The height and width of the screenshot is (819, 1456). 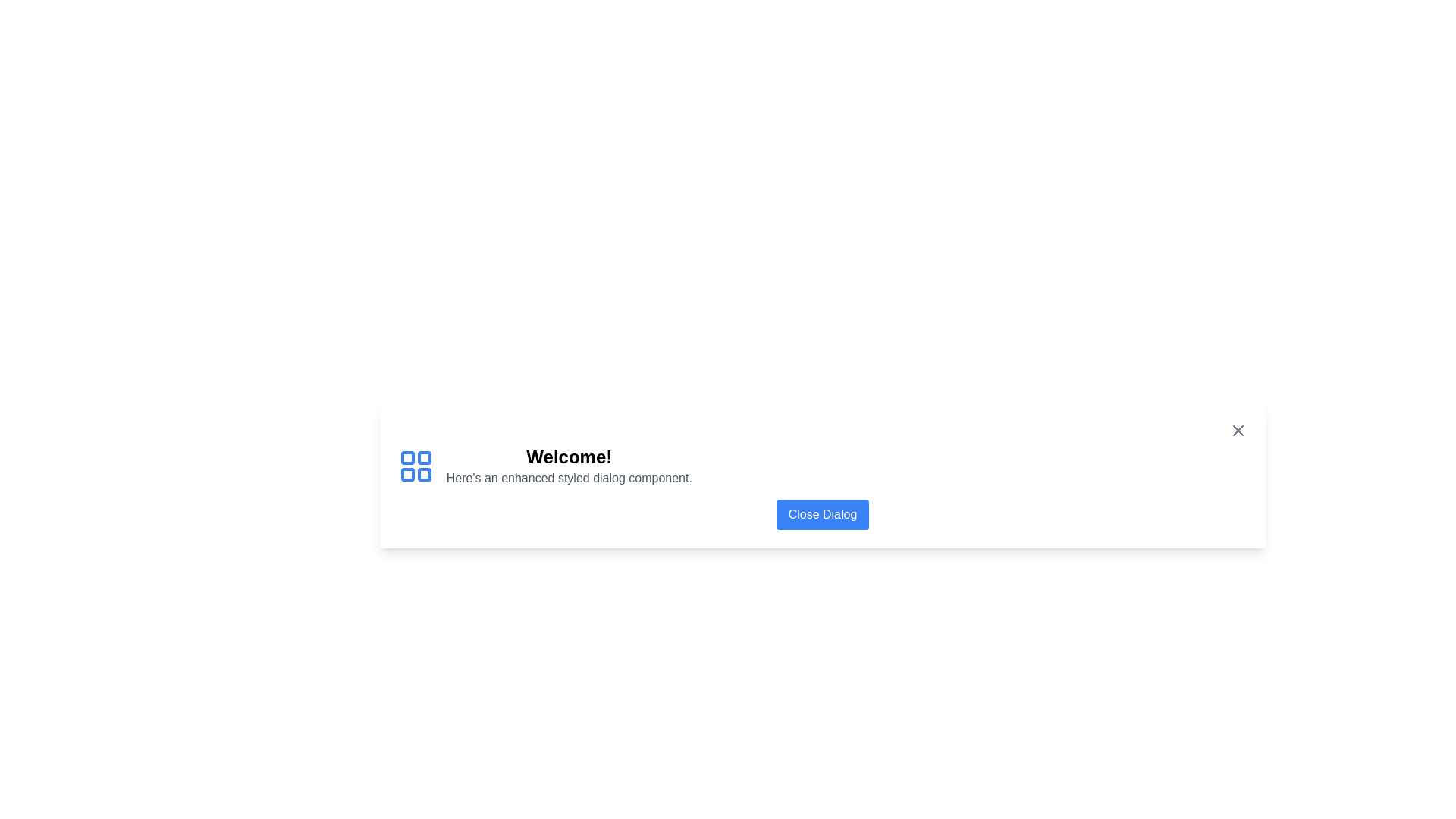 What do you see at coordinates (568, 478) in the screenshot?
I see `the text element displaying the sentence 'Here's an enhanced styled dialog component.'` at bounding box center [568, 478].